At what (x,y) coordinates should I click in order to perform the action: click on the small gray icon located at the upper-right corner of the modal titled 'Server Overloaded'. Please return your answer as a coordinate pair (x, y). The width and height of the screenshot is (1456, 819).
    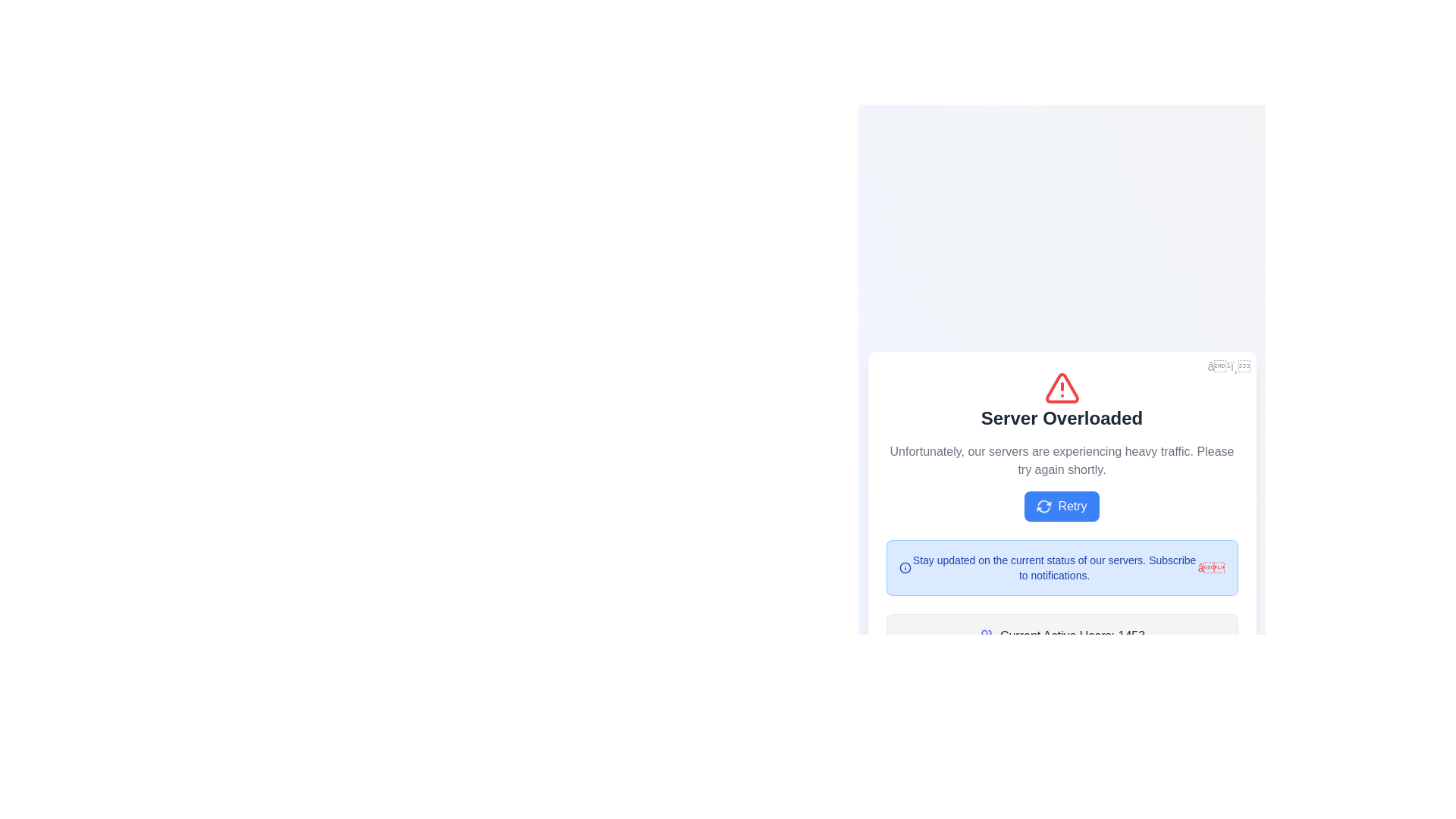
    Looking at the image, I should click on (1228, 366).